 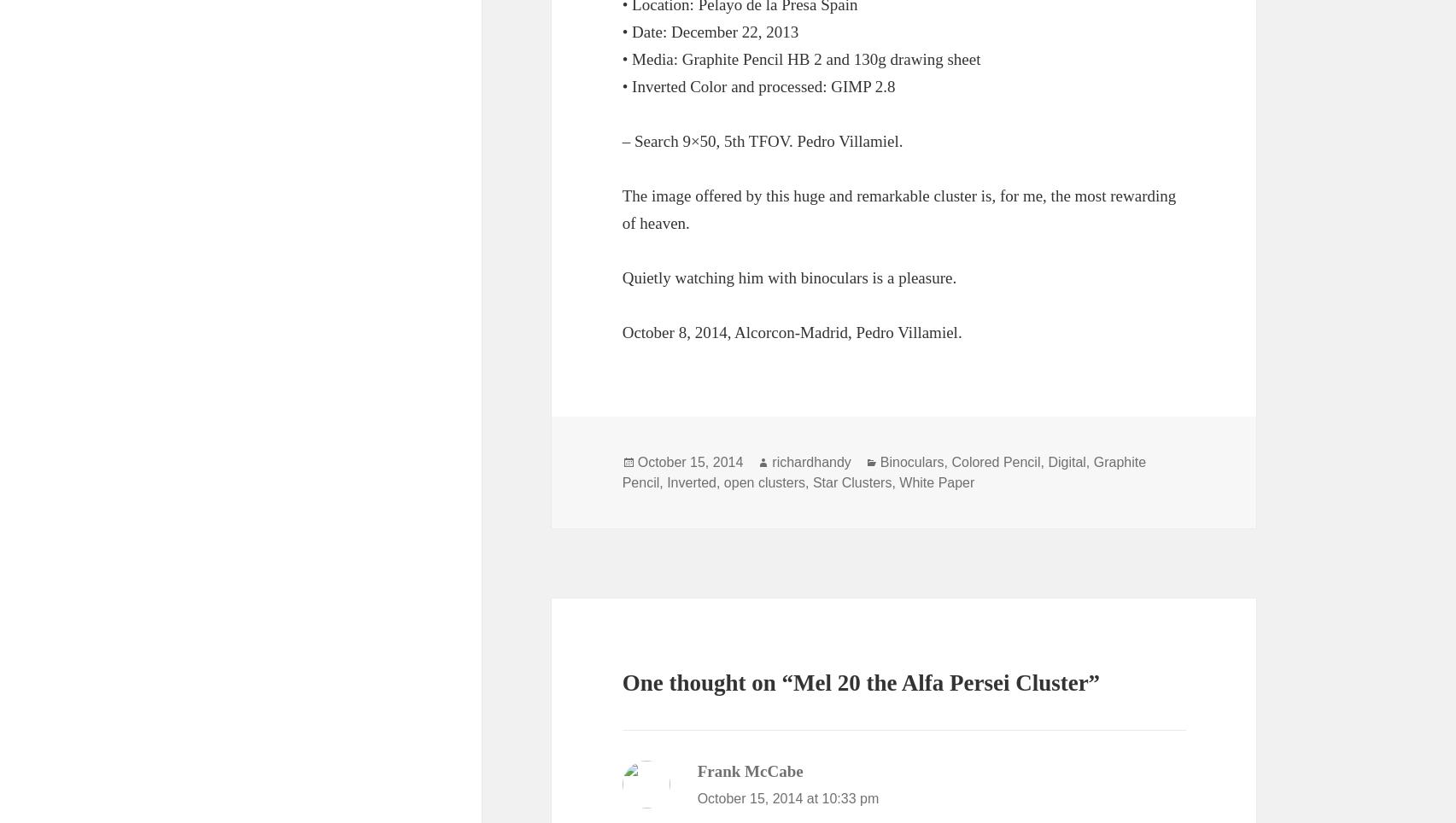 What do you see at coordinates (799, 58) in the screenshot?
I see `'• Media: Graphite Pencil HB 2 and 130g drawing sheet'` at bounding box center [799, 58].